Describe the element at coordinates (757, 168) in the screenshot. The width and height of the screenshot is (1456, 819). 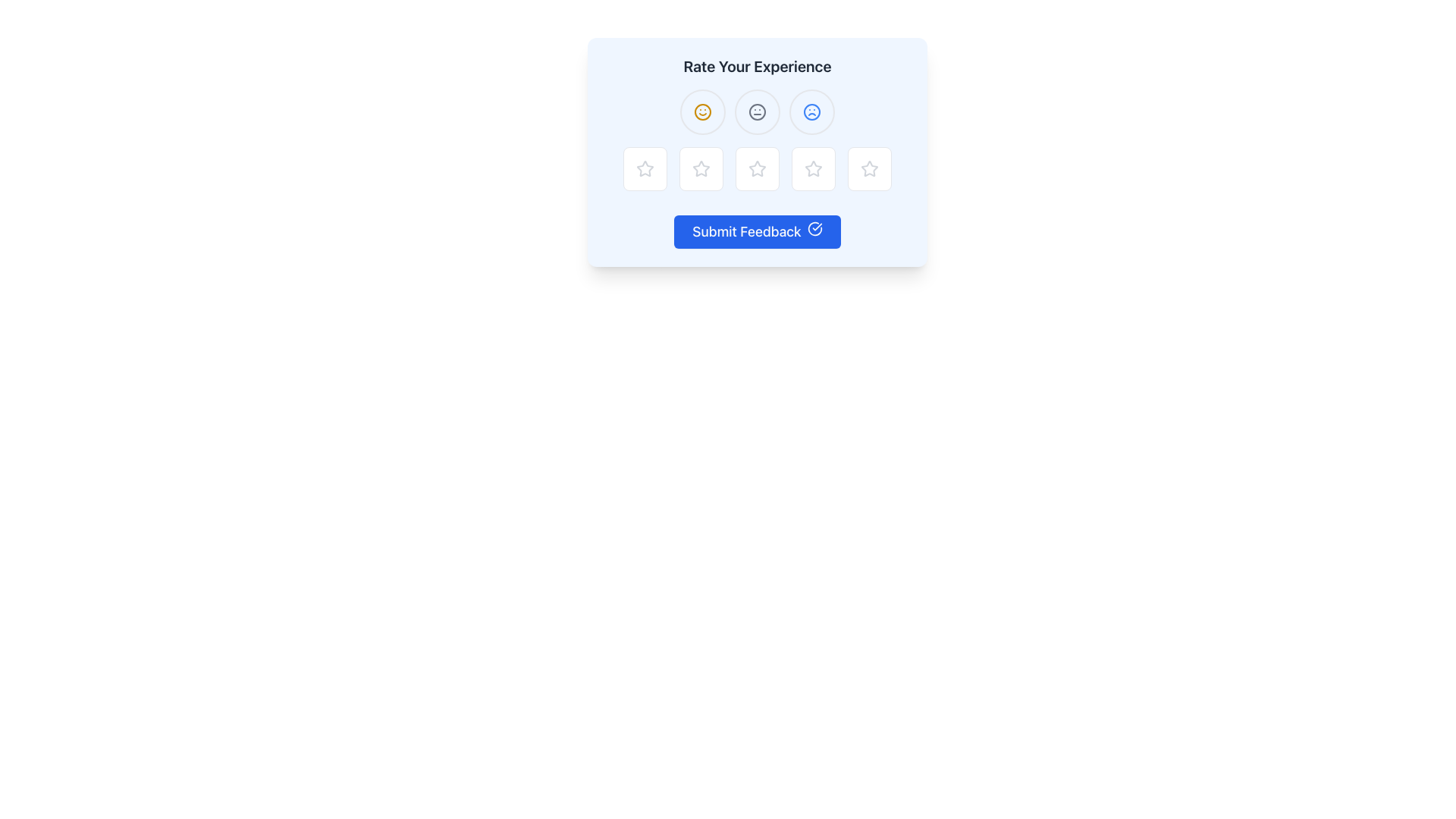
I see `the third star icon in the rating interface` at that location.